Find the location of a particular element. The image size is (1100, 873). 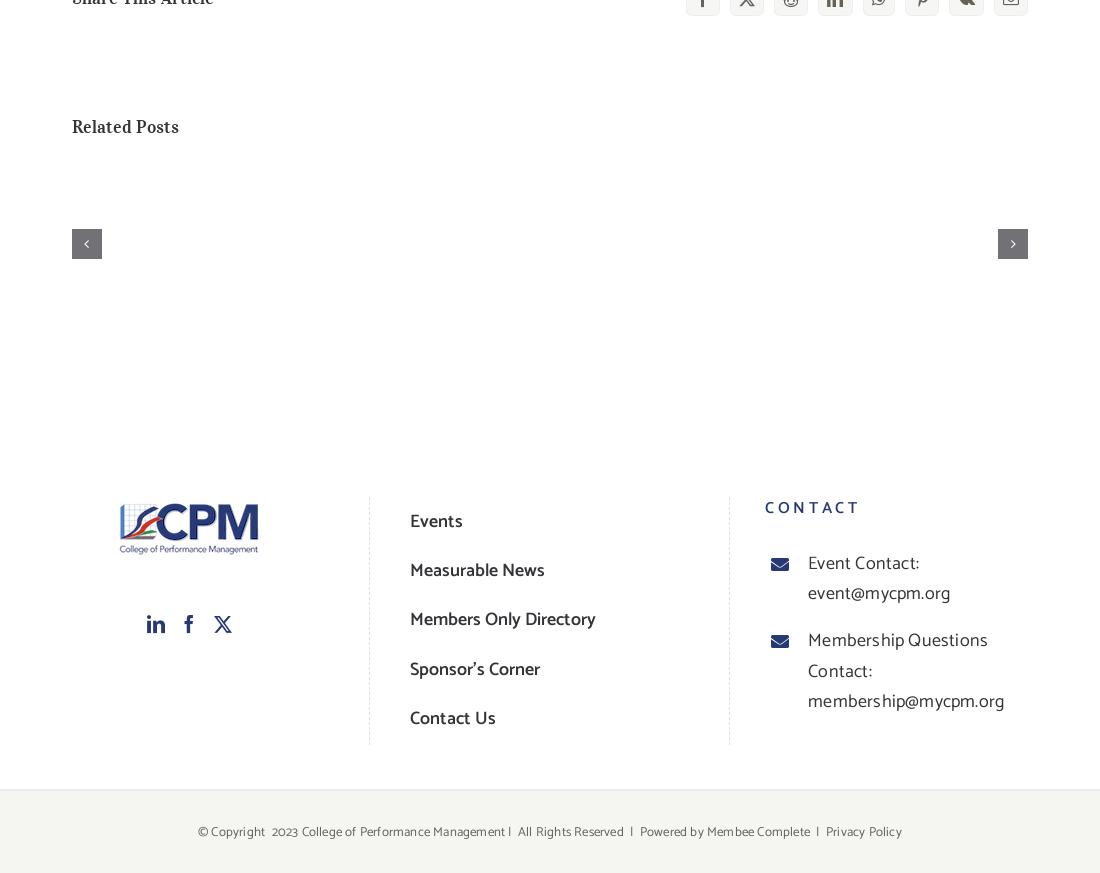

'Membership Questions Contact: membership@mycpm.org' is located at coordinates (905, 671).